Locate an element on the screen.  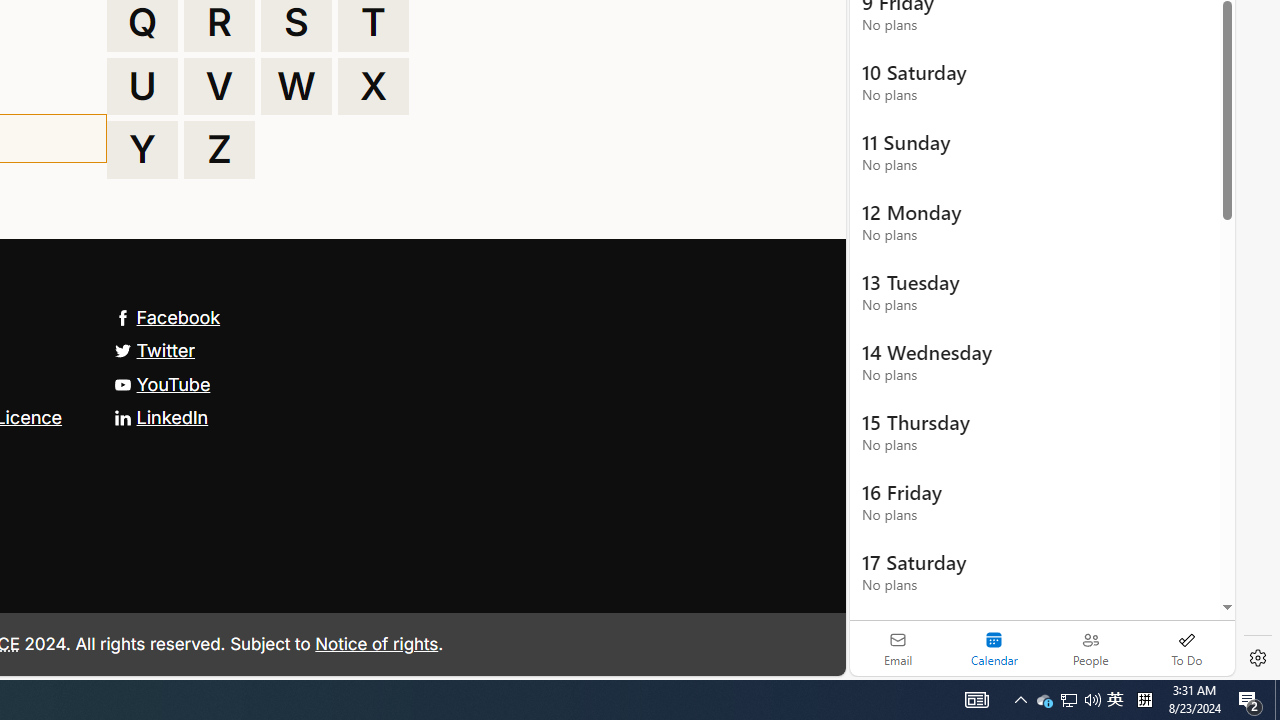
'Z' is located at coordinates (219, 149).